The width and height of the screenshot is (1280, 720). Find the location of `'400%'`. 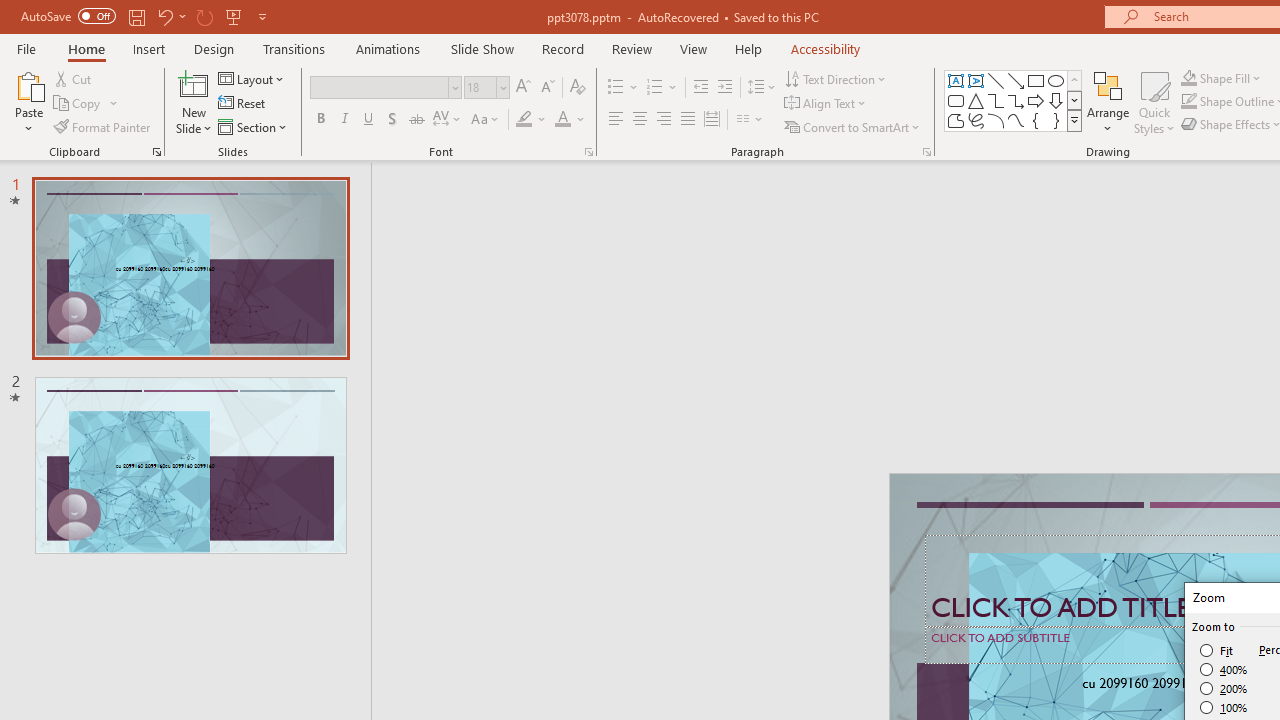

'400%' is located at coordinates (1223, 669).